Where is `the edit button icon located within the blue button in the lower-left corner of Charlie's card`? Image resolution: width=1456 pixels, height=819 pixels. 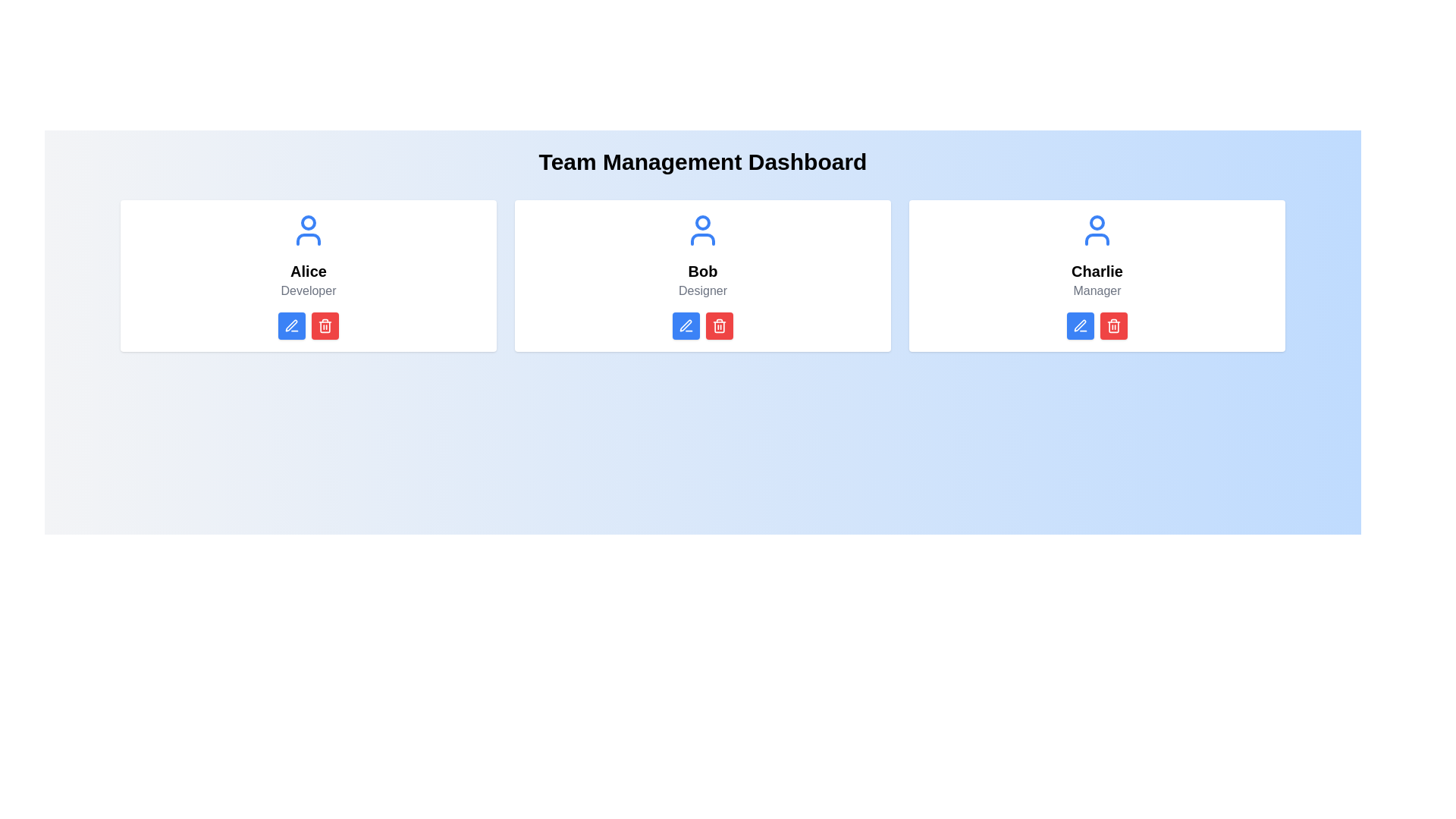 the edit button icon located within the blue button in the lower-left corner of Charlie's card is located at coordinates (1080, 325).